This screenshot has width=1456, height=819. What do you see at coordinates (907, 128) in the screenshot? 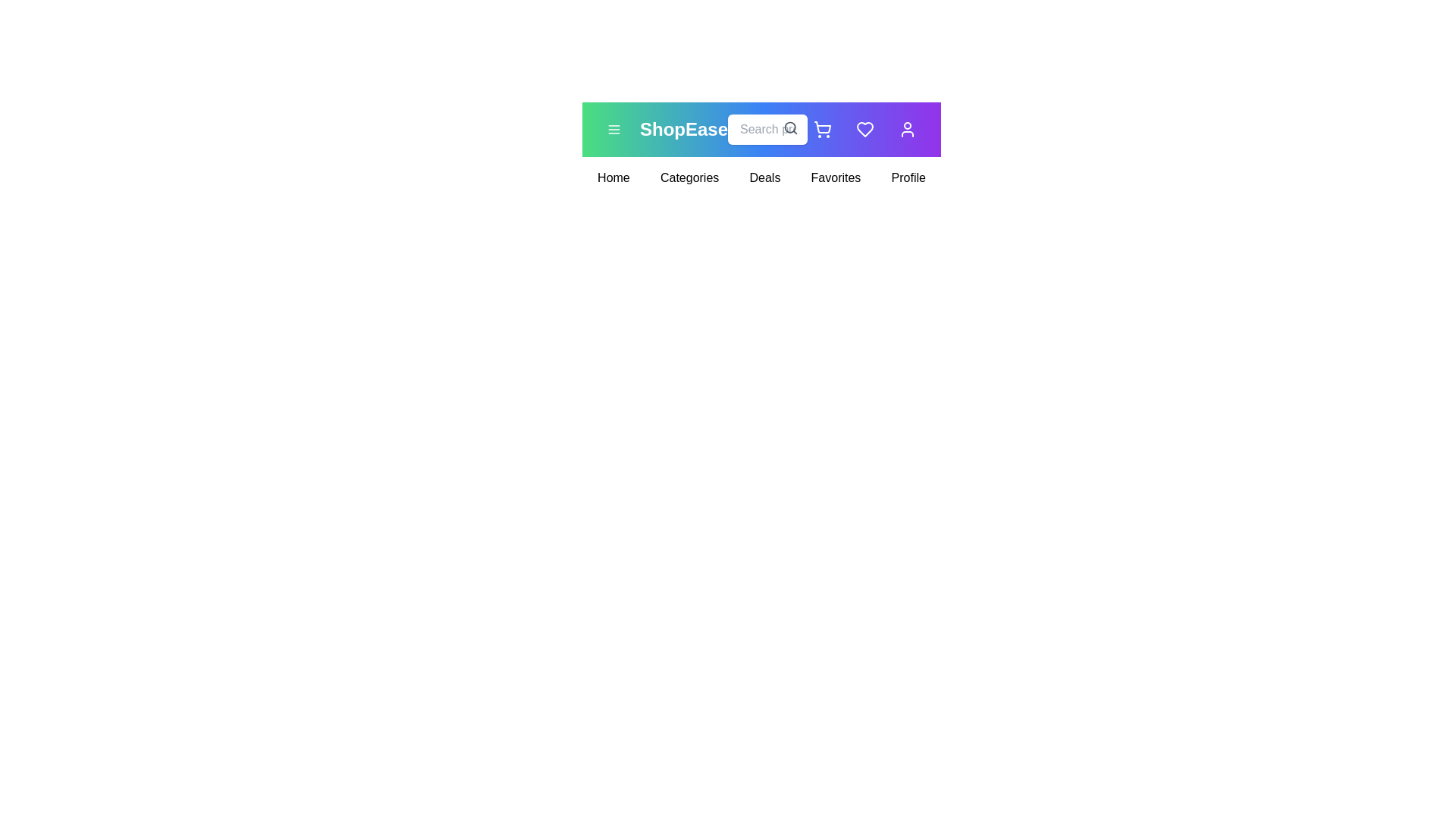
I see `the user icon to access the user profile` at bounding box center [907, 128].